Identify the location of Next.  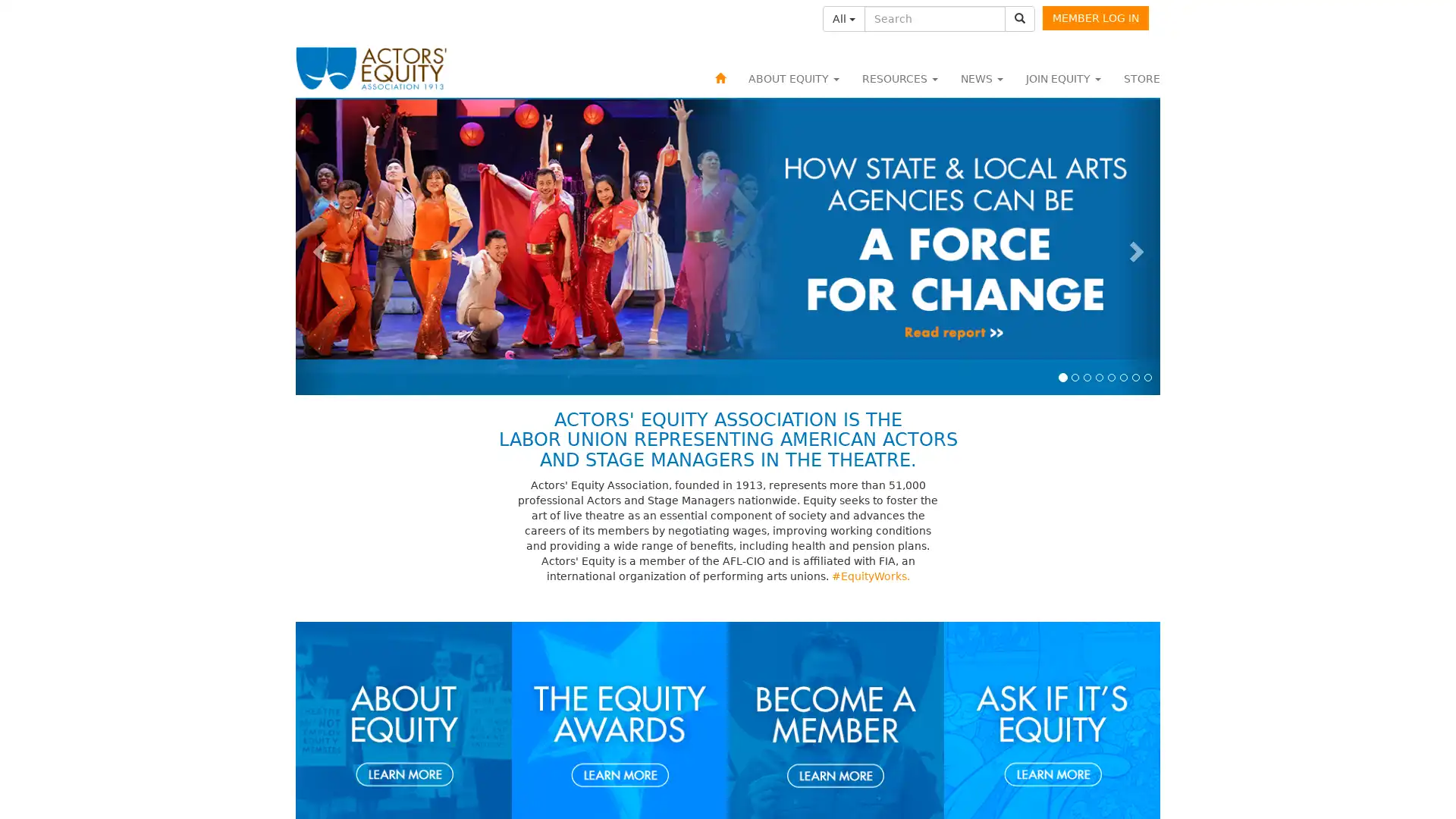
(1138, 246).